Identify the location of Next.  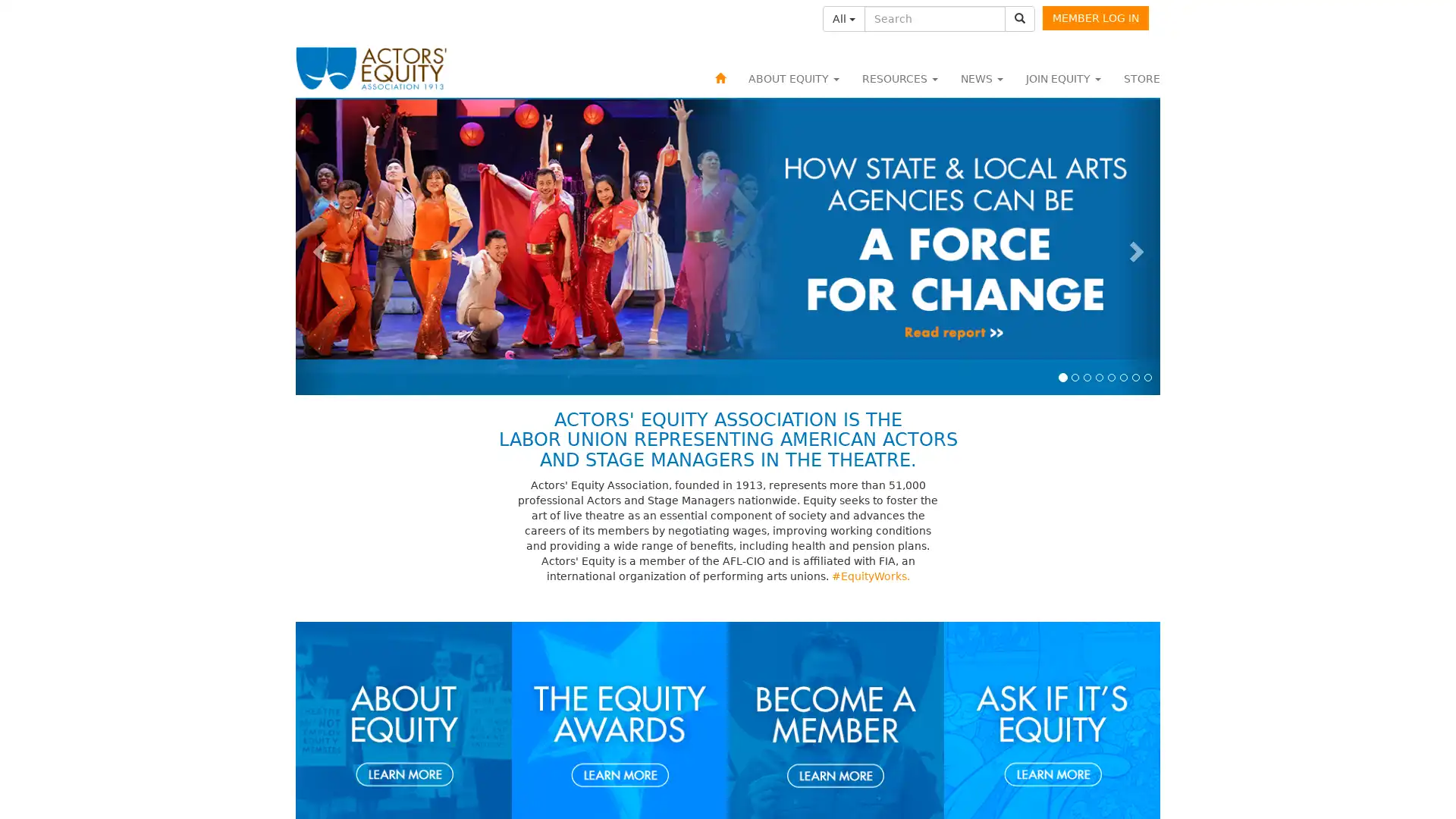
(1138, 246).